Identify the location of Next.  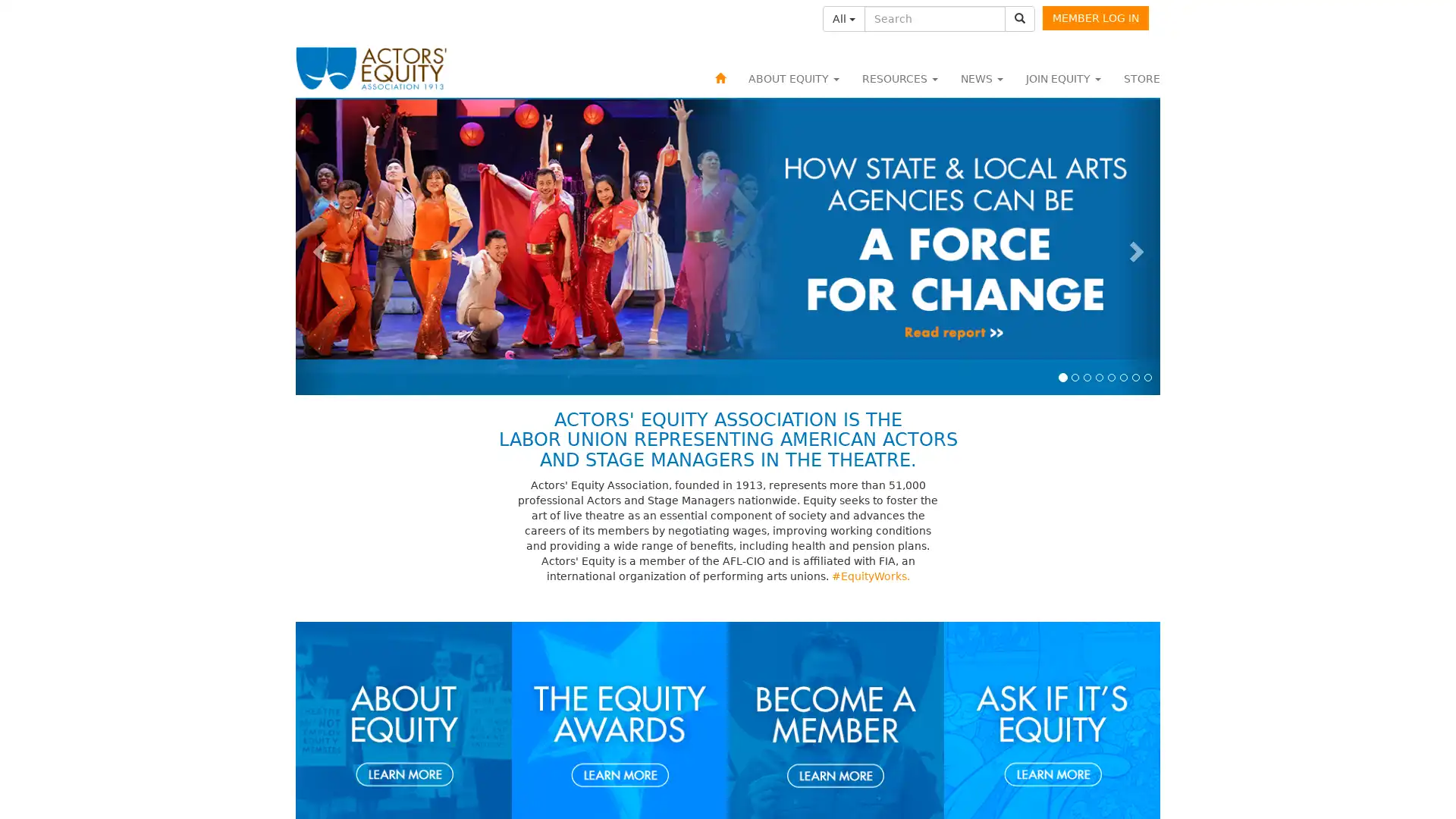
(1138, 246).